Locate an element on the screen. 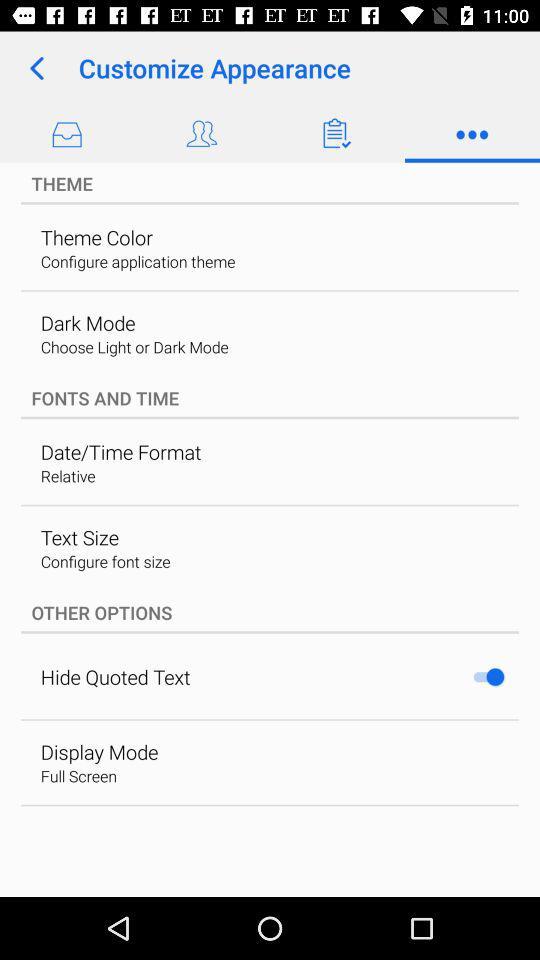  relative is located at coordinates (67, 476).